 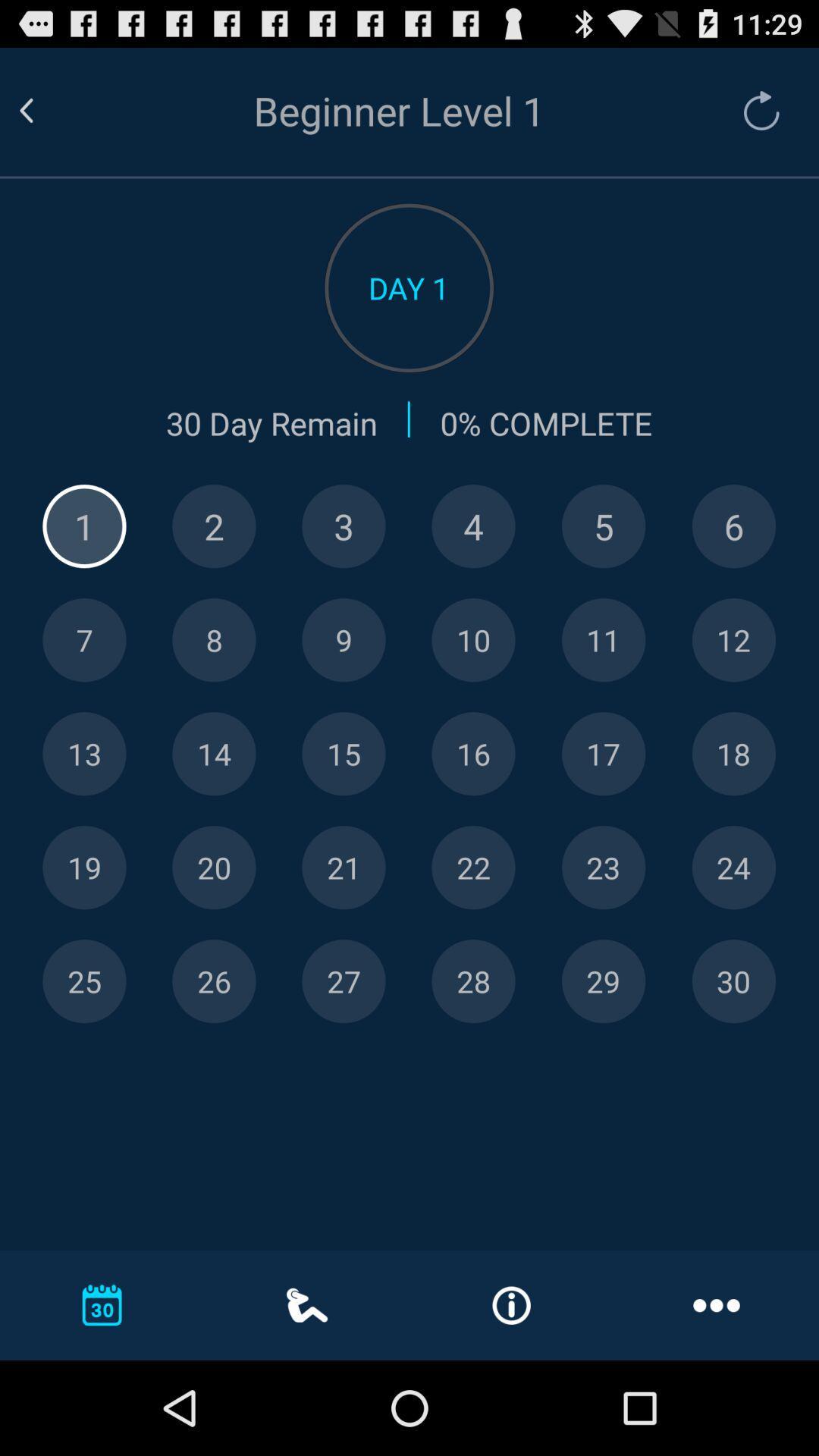 I want to click on level 15, so click(x=344, y=754).